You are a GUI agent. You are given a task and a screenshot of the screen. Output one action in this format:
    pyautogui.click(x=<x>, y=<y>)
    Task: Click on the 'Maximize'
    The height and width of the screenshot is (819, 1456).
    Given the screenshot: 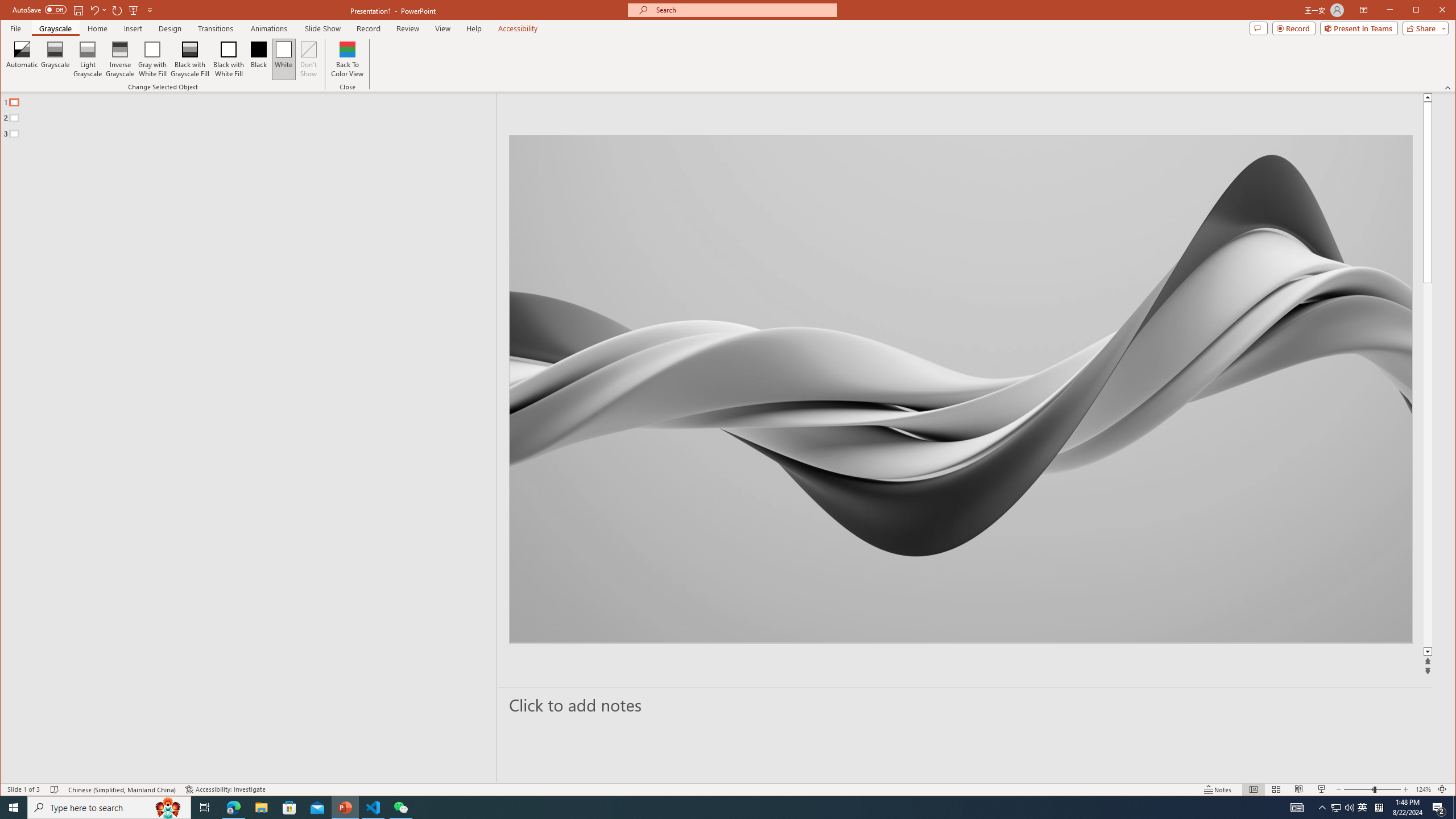 What is the action you would take?
    pyautogui.click(x=1433, y=11)
    